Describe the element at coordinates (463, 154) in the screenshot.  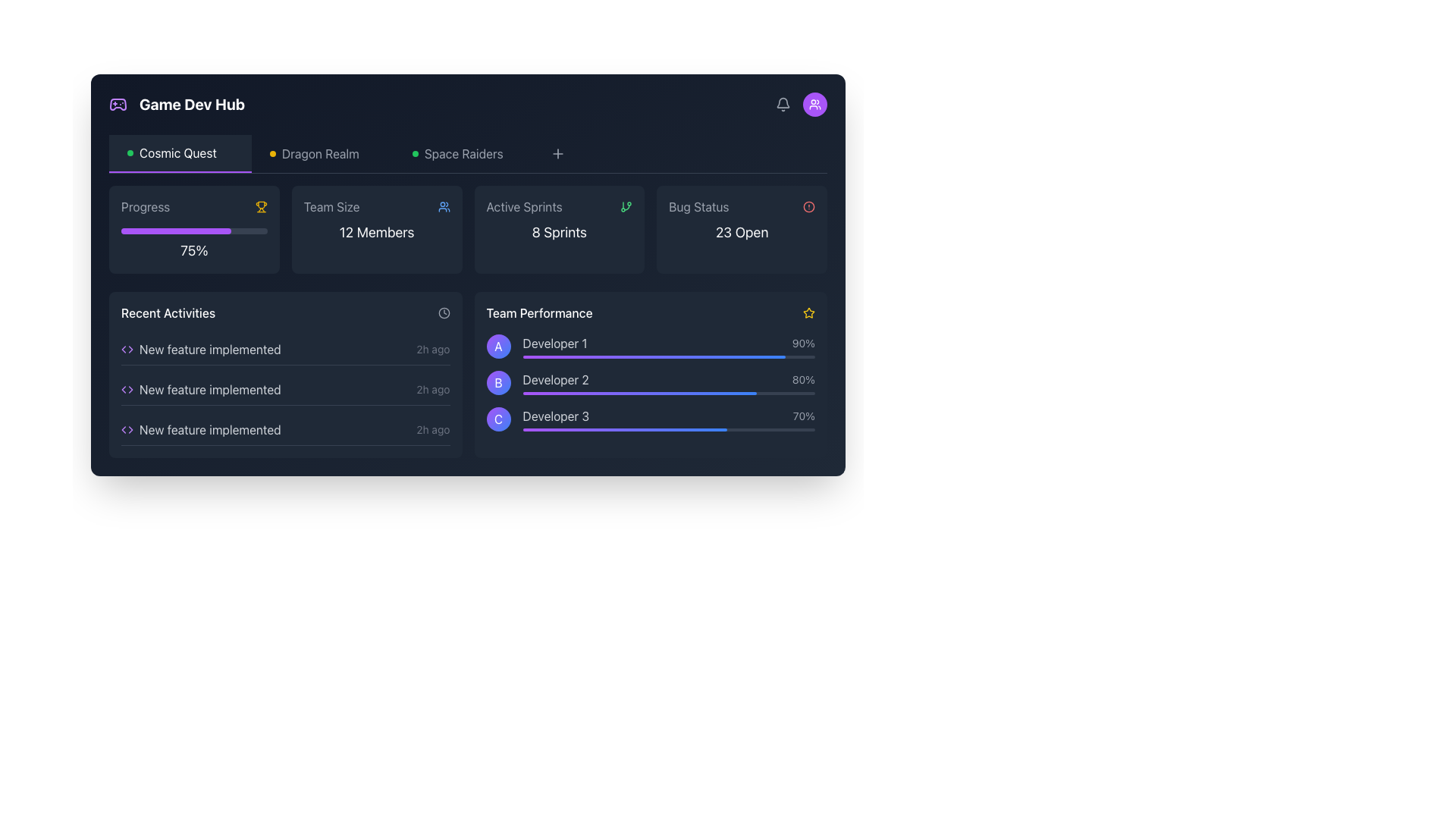
I see `the 'Space Raiders' text label, which is displayed in light gray on a dark blue background` at that location.